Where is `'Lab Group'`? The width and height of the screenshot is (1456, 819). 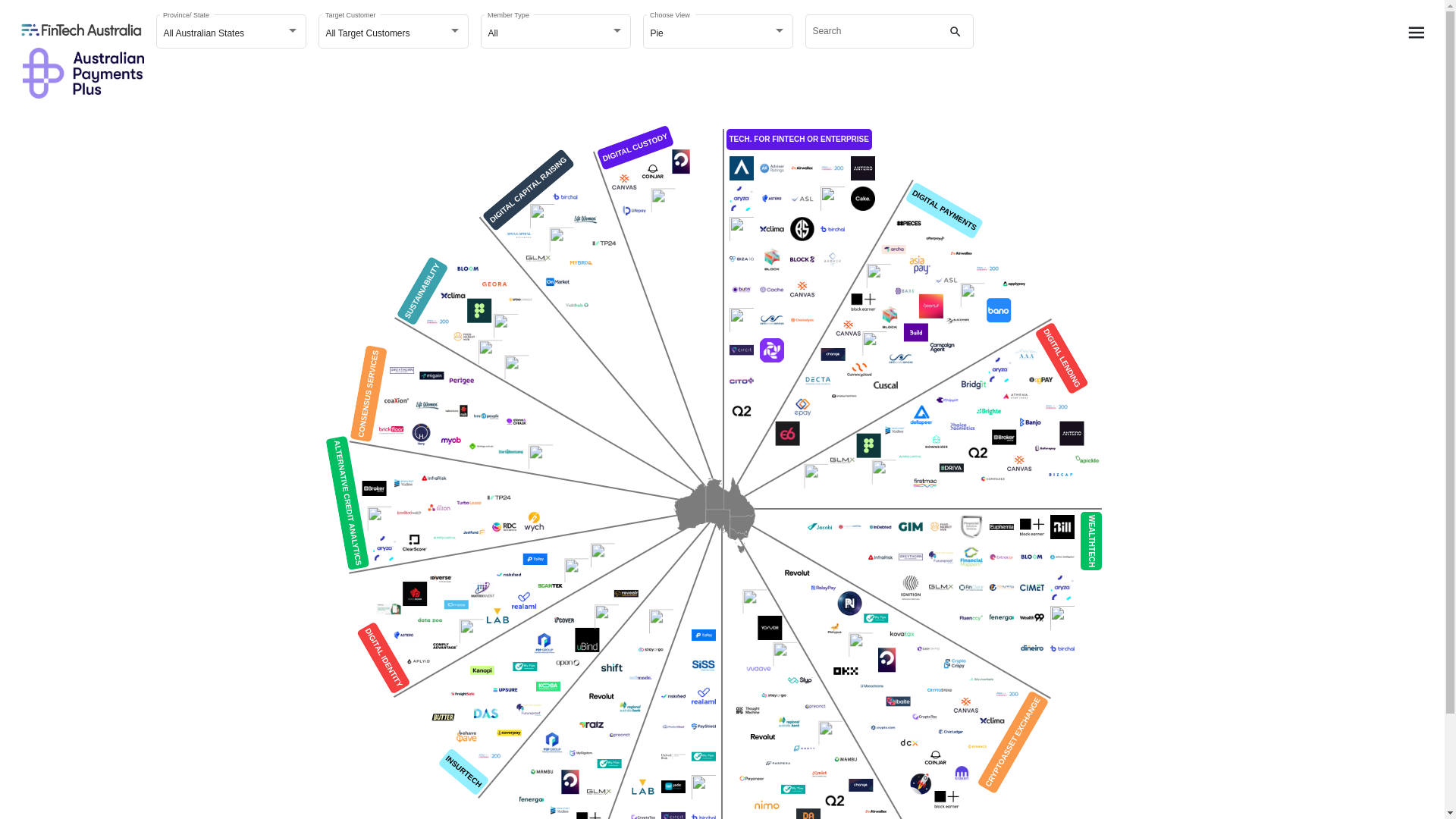 'Lab Group' is located at coordinates (643, 786).